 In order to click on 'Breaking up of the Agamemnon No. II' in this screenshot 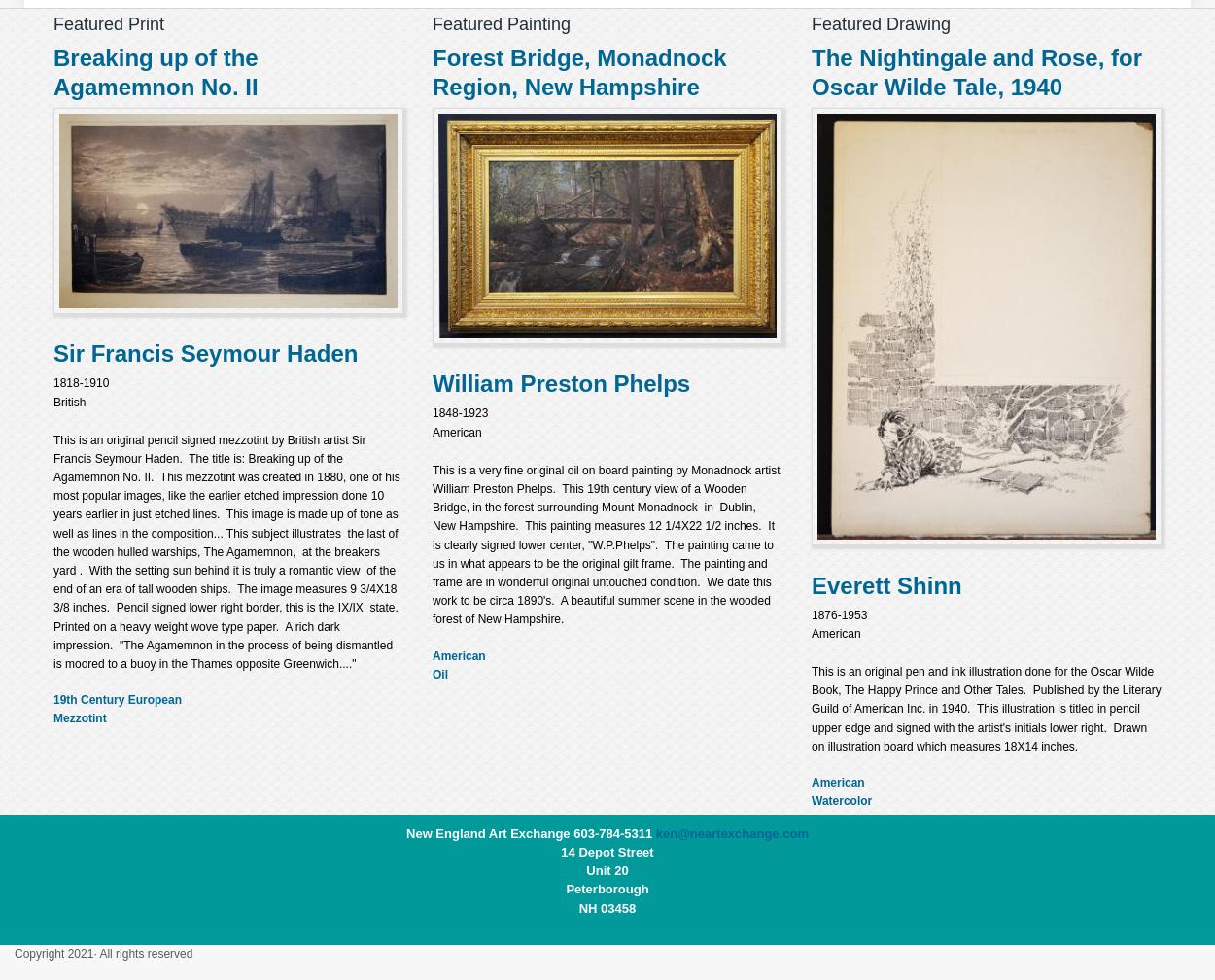, I will do `click(156, 72)`.